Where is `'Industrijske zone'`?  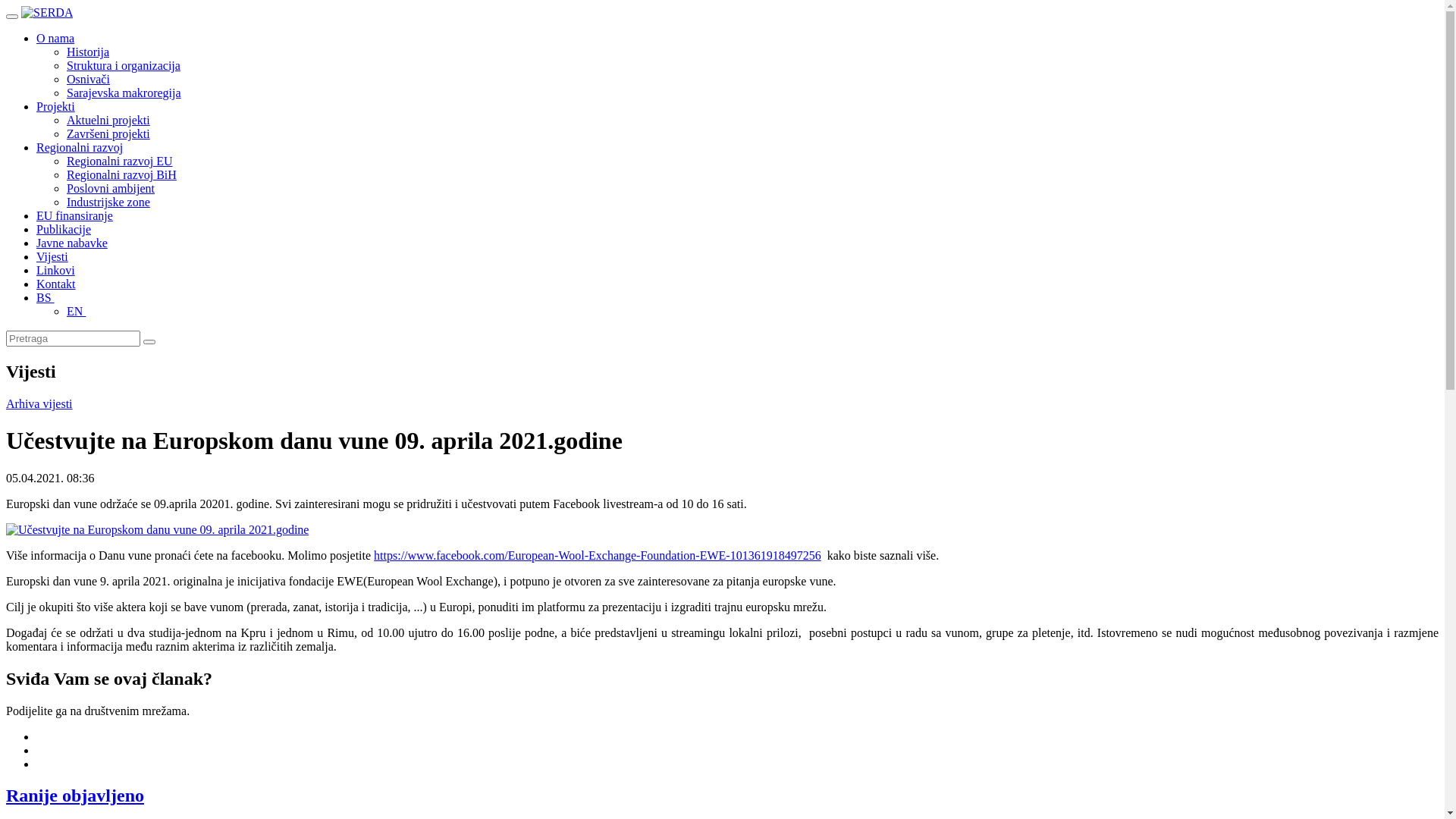
'Industrijske zone' is located at coordinates (108, 201).